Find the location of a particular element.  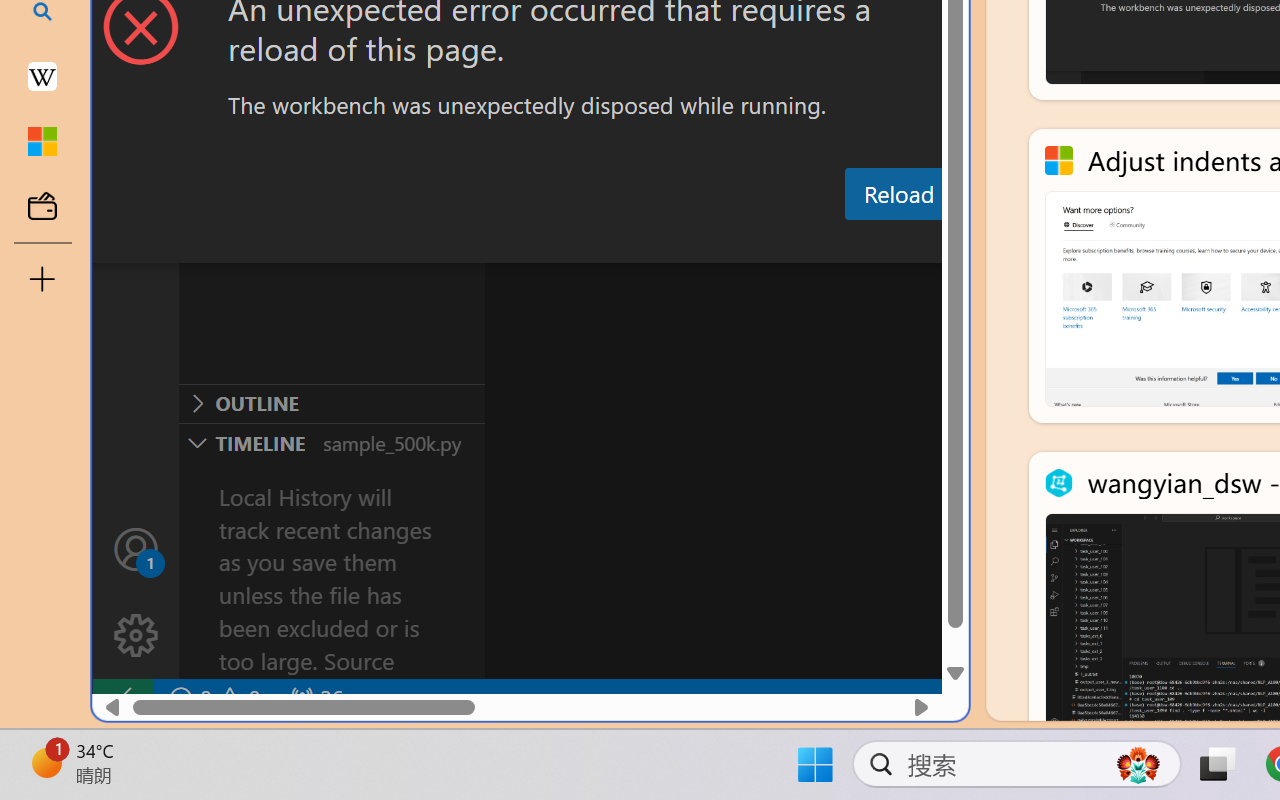

'Reload' is located at coordinates (897, 192).